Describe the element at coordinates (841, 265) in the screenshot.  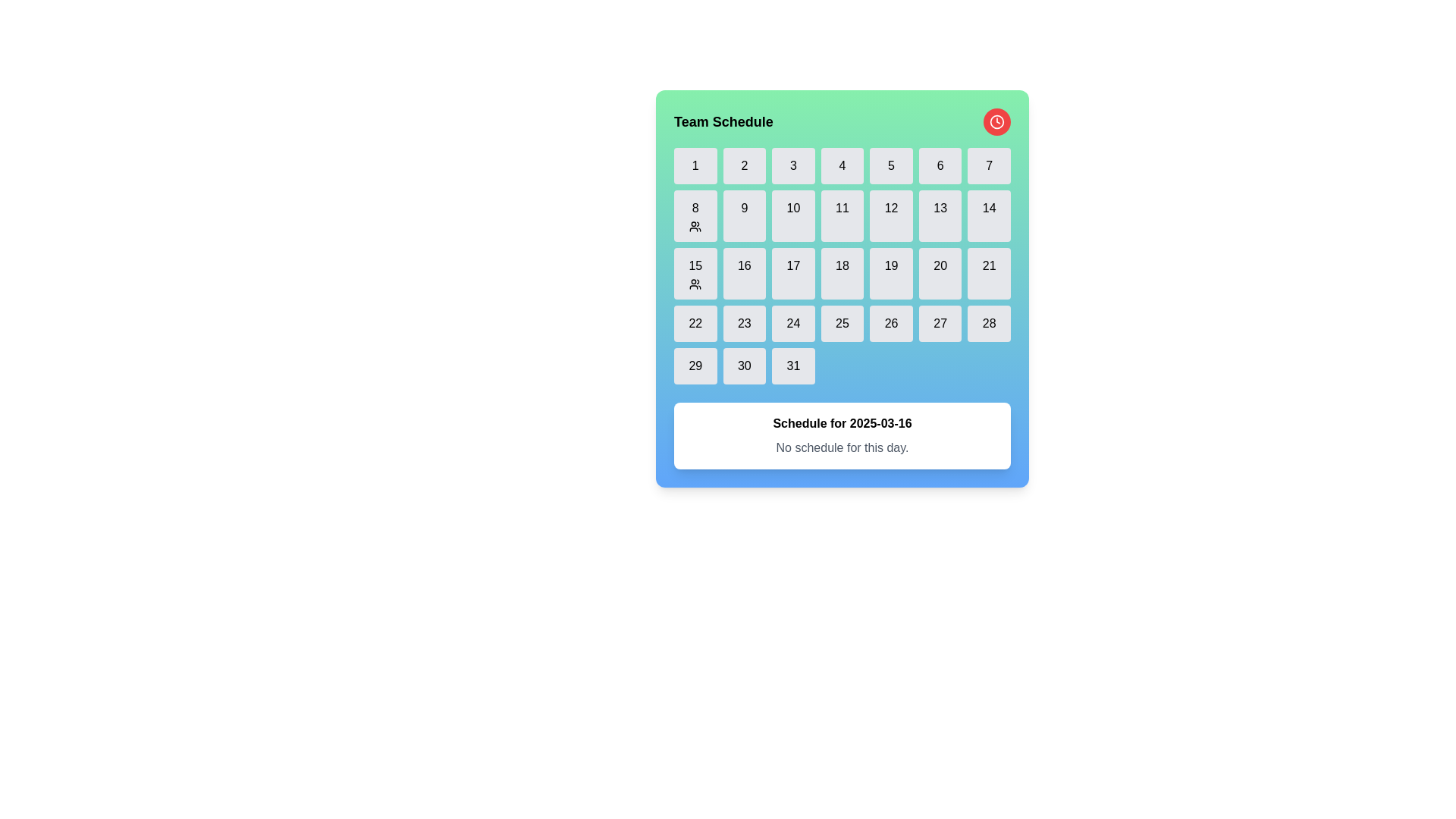
I see `the text '18' in the calendar grid` at that location.